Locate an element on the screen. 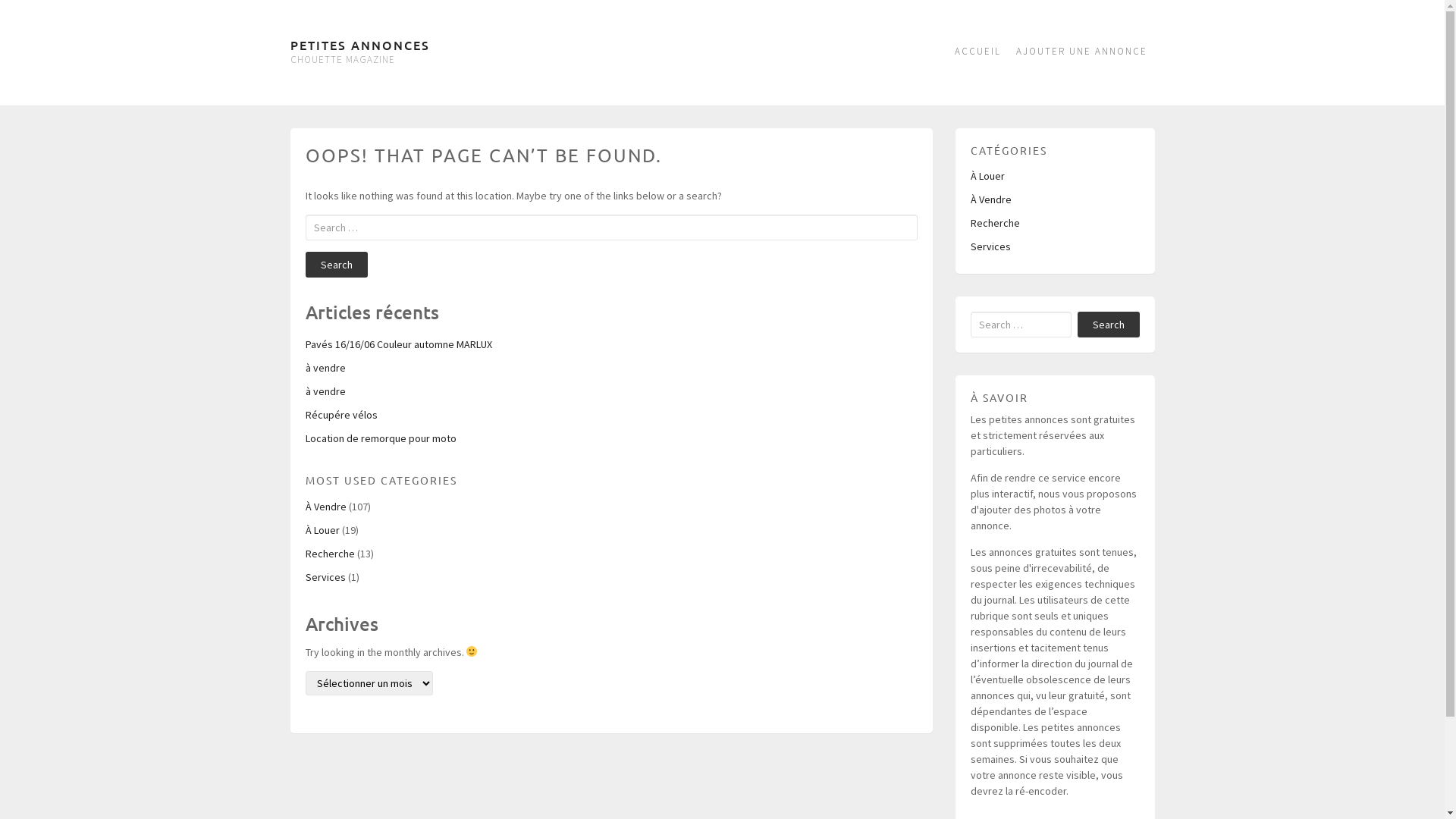 The height and width of the screenshot is (819, 1456). 'PETITES ANNONCES' is located at coordinates (359, 43).